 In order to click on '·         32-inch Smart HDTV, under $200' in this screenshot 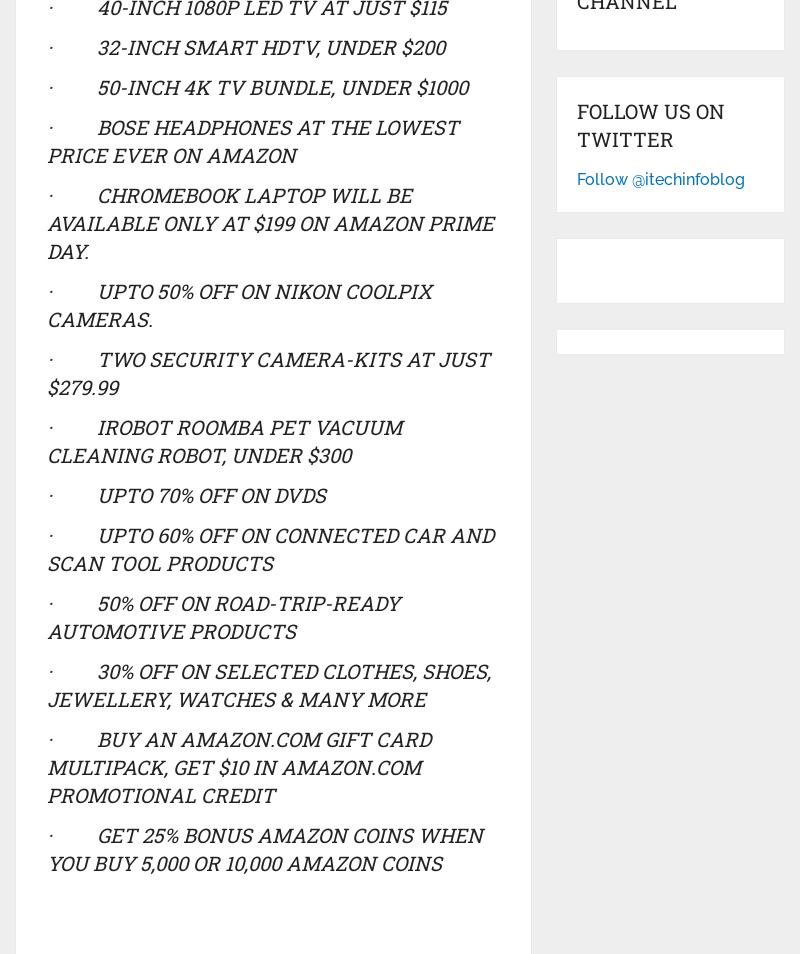, I will do `click(45, 44)`.